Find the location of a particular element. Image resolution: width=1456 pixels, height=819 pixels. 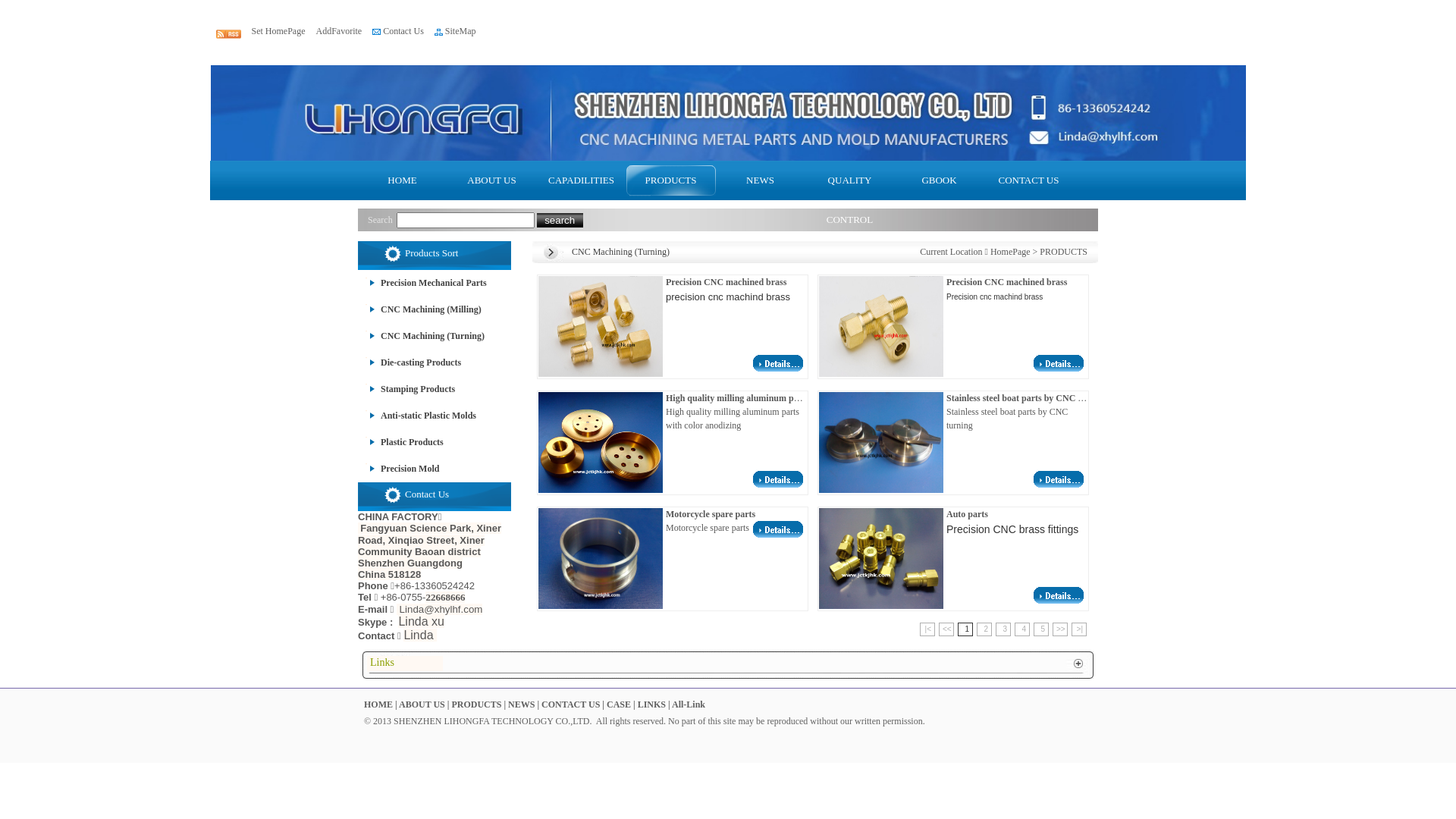

'CONTACT US' is located at coordinates (1029, 180).